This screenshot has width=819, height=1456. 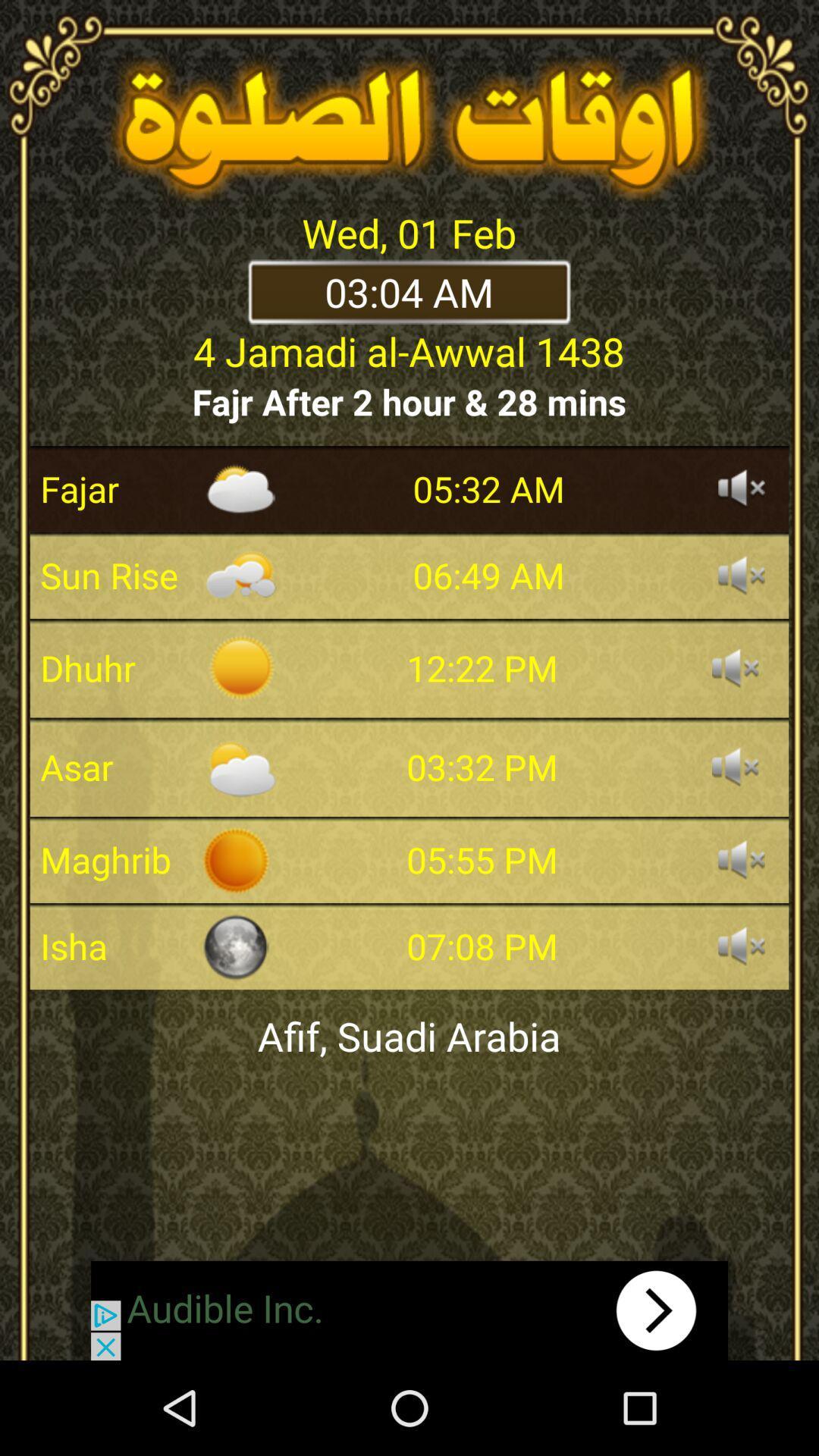 What do you see at coordinates (741, 488) in the screenshot?
I see `audio` at bounding box center [741, 488].